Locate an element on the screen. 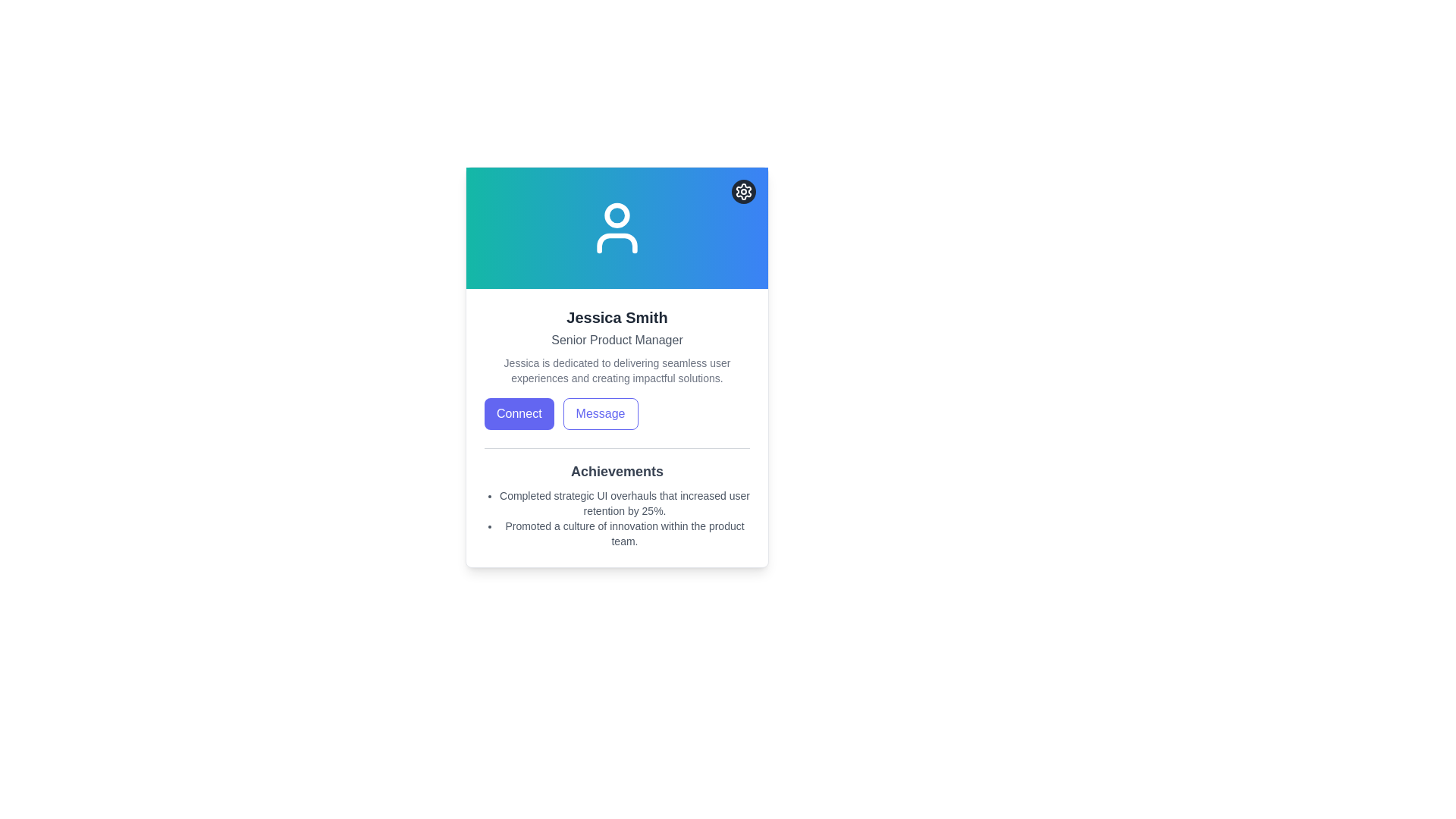  the static text element that reads 'Completed strategic UI overhauls that increased user retention by 25%' to possibly view additional information is located at coordinates (625, 503).